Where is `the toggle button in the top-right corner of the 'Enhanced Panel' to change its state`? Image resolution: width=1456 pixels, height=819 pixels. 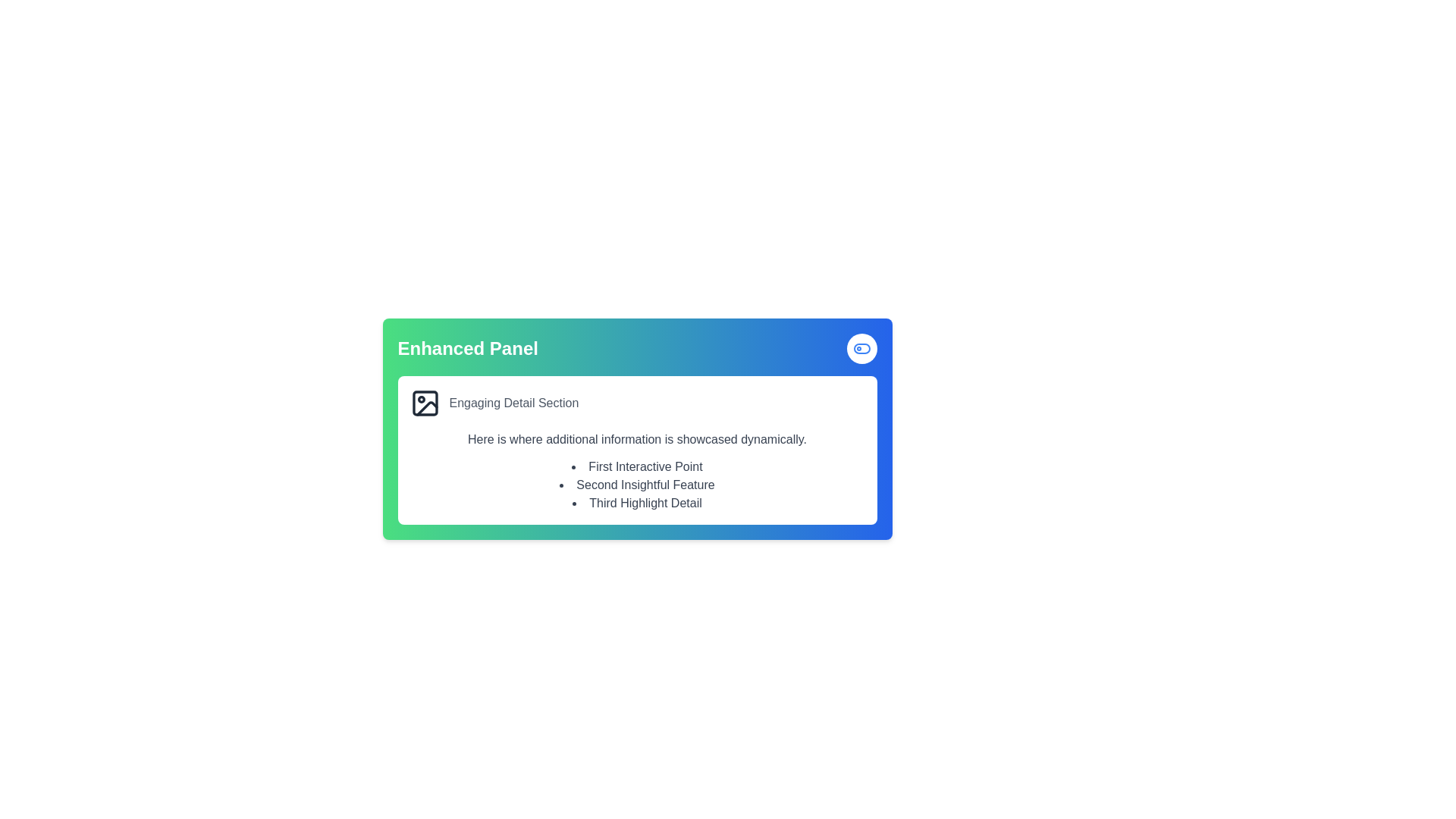 the toggle button in the top-right corner of the 'Enhanced Panel' to change its state is located at coordinates (861, 348).